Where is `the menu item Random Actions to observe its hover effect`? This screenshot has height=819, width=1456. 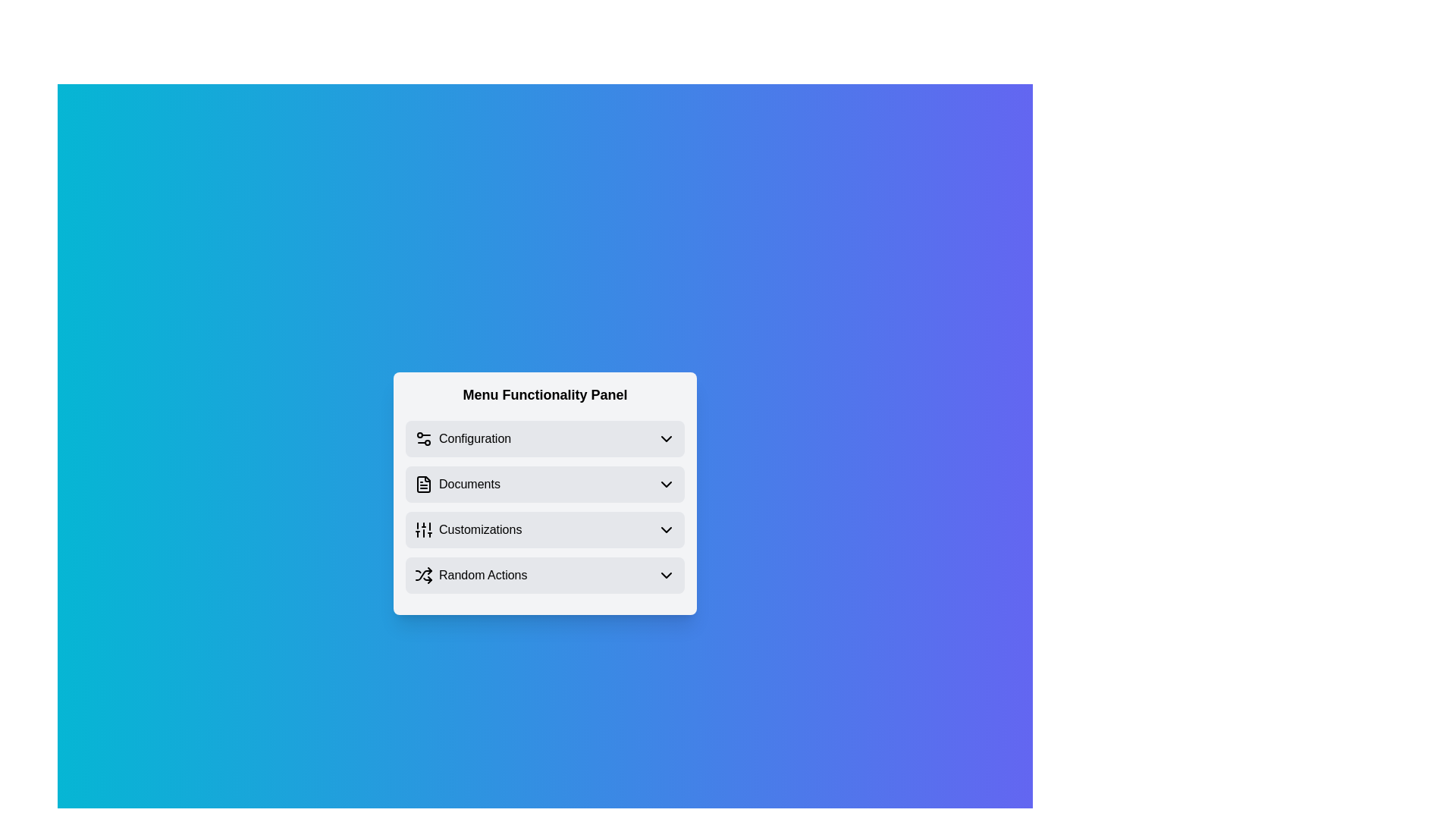 the menu item Random Actions to observe its hover effect is located at coordinates (545, 576).